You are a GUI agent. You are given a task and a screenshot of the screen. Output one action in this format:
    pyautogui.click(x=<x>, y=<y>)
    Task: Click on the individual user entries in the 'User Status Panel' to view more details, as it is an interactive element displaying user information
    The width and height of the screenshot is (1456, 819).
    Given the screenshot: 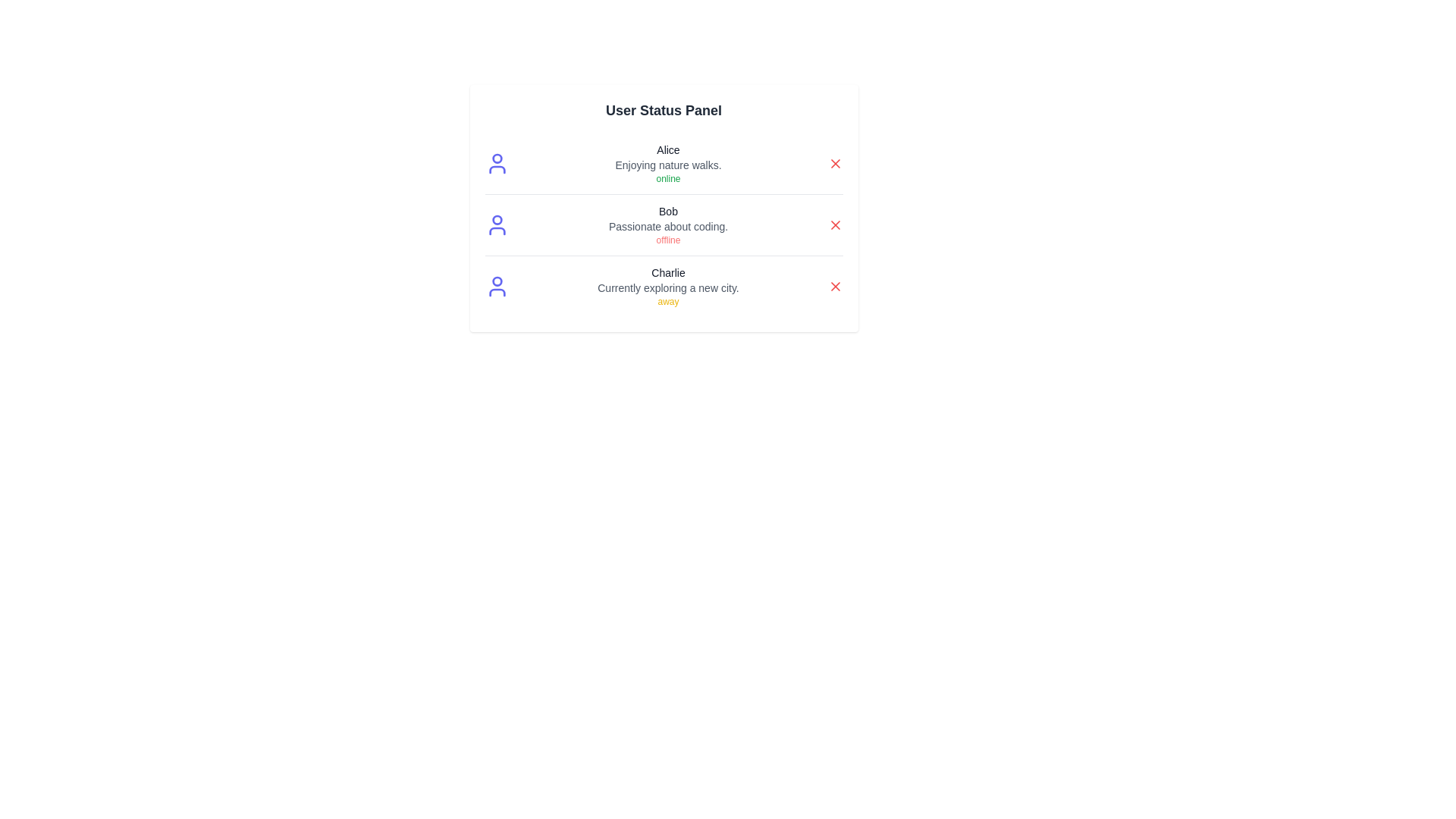 What is the action you would take?
    pyautogui.click(x=664, y=208)
    